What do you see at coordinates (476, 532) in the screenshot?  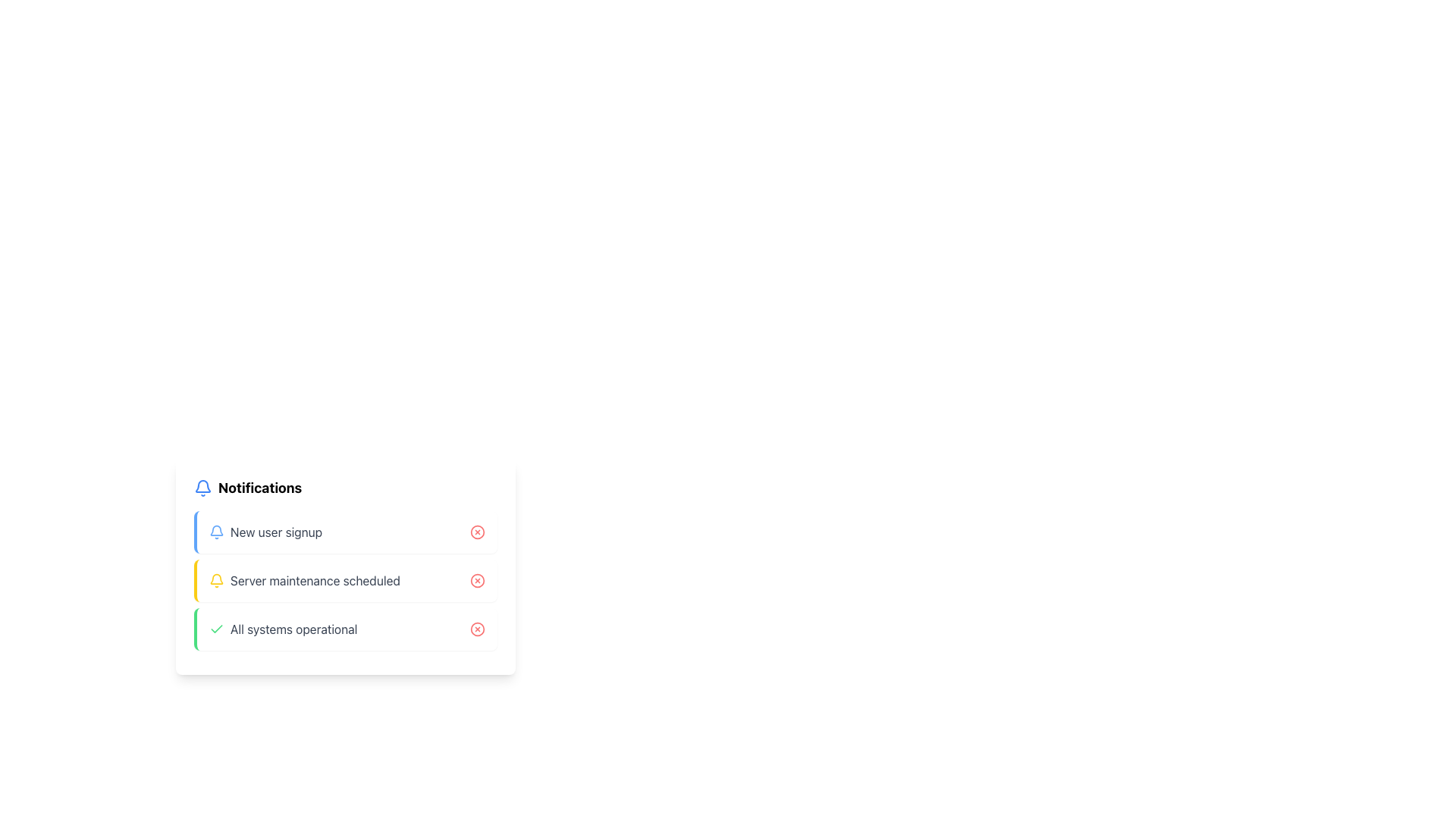 I see `the circular SVG element associated with the 'New user signup' notification` at bounding box center [476, 532].